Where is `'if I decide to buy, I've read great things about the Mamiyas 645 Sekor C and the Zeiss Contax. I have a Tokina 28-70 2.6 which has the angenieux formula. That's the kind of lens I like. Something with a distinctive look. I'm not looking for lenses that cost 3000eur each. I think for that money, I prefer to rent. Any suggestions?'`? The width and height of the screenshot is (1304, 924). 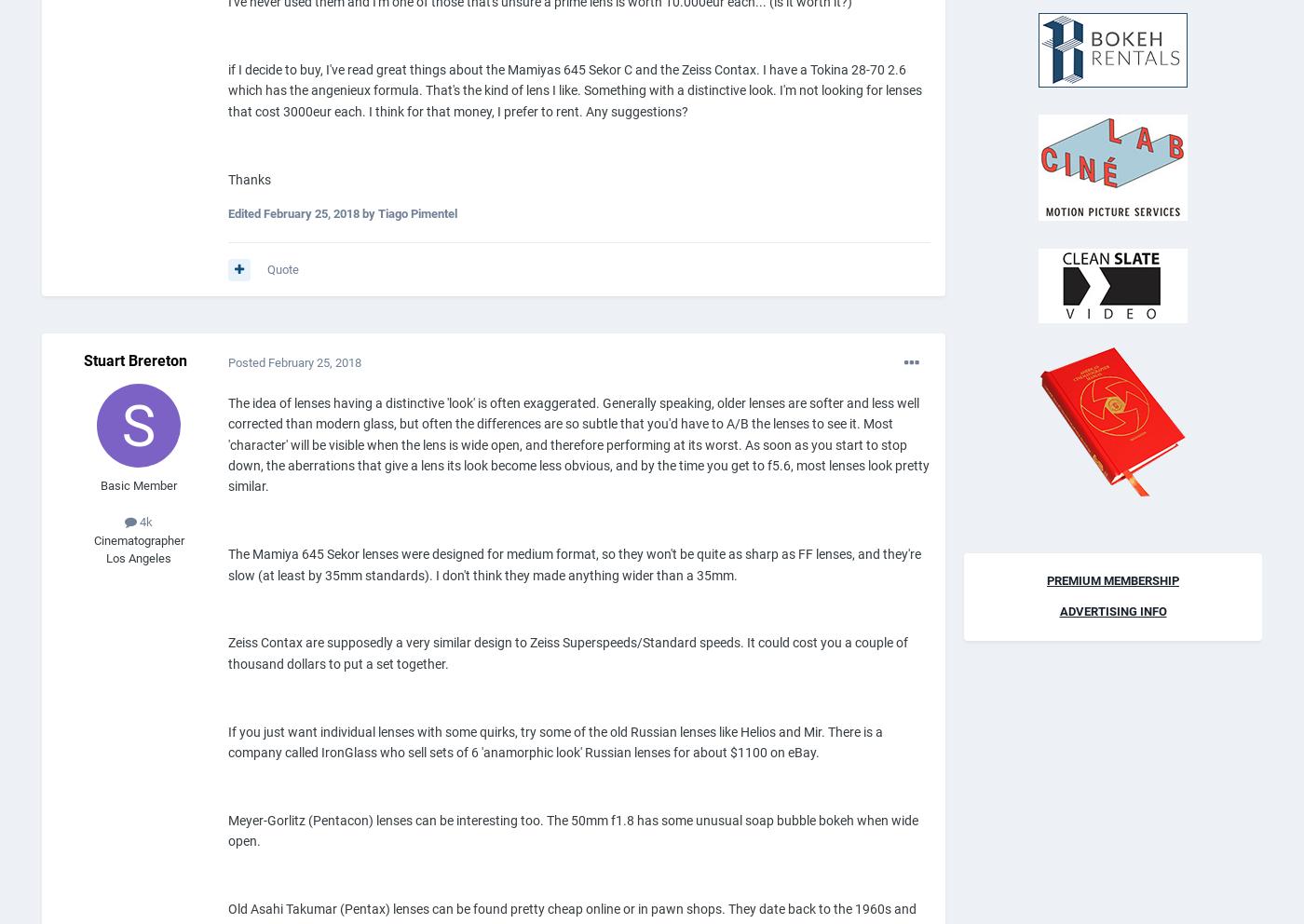
'if I decide to buy, I've read great things about the Mamiyas 645 Sekor C and the Zeiss Contax. I have a Tokina 28-70 2.6 which has the angenieux formula. That's the kind of lens I like. Something with a distinctive look. I'm not looking for lenses that cost 3000eur each. I think for that money, I prefer to rent. Any suggestions?' is located at coordinates (227, 88).